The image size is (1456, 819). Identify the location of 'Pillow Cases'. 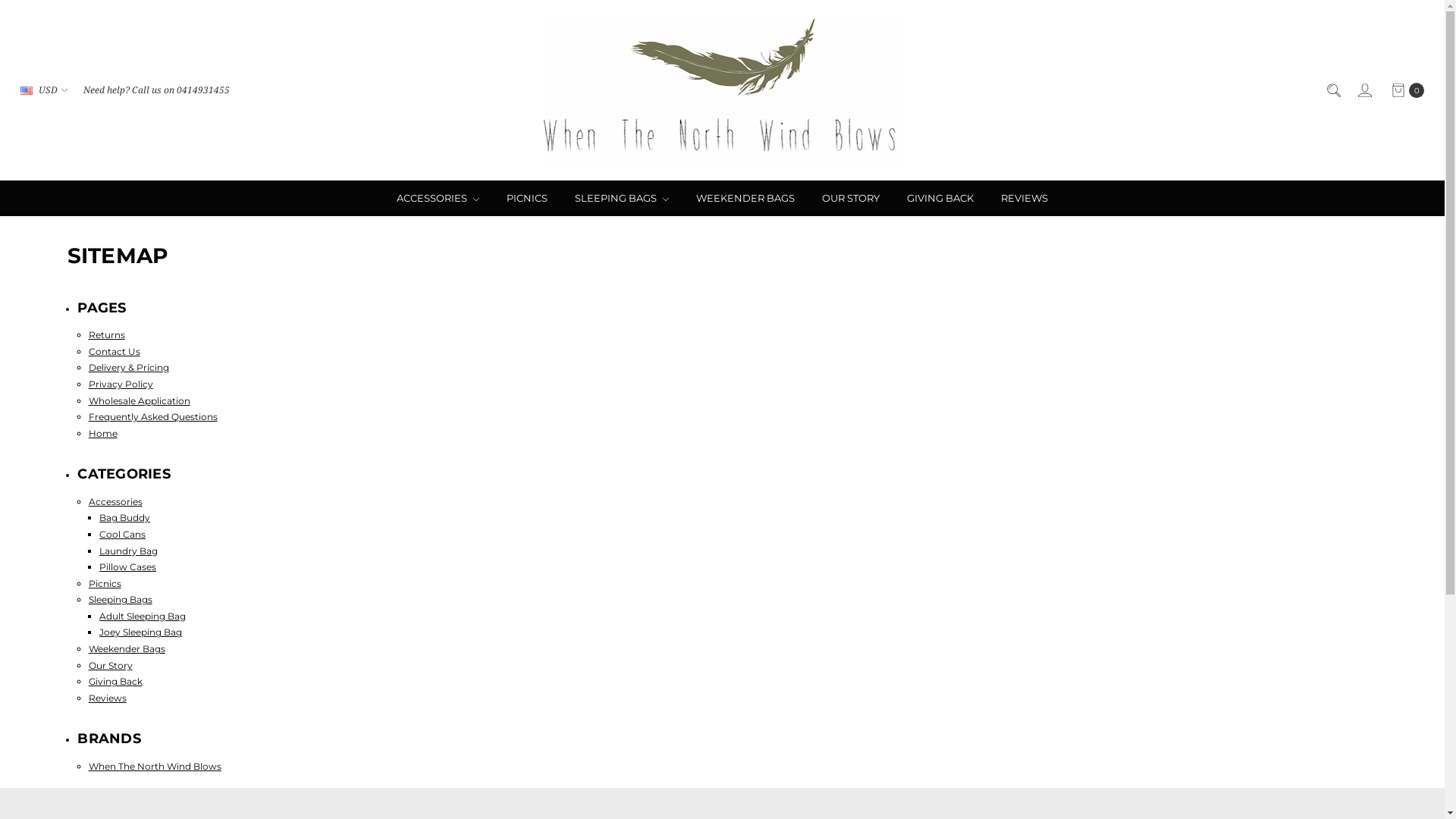
(127, 566).